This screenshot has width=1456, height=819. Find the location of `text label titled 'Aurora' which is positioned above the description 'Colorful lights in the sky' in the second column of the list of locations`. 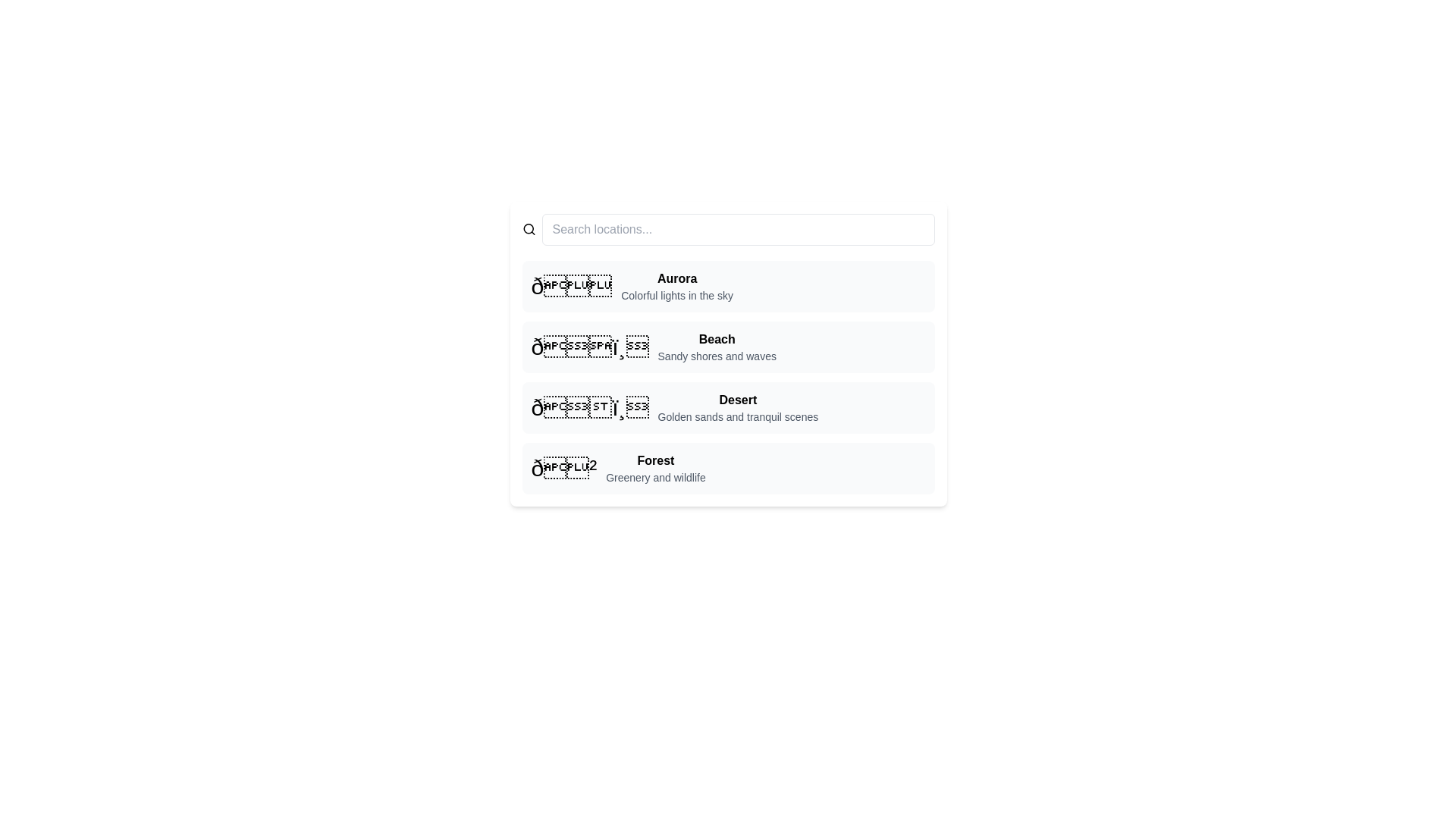

text label titled 'Aurora' which is positioned above the description 'Colorful lights in the sky' in the second column of the list of locations is located at coordinates (676, 278).